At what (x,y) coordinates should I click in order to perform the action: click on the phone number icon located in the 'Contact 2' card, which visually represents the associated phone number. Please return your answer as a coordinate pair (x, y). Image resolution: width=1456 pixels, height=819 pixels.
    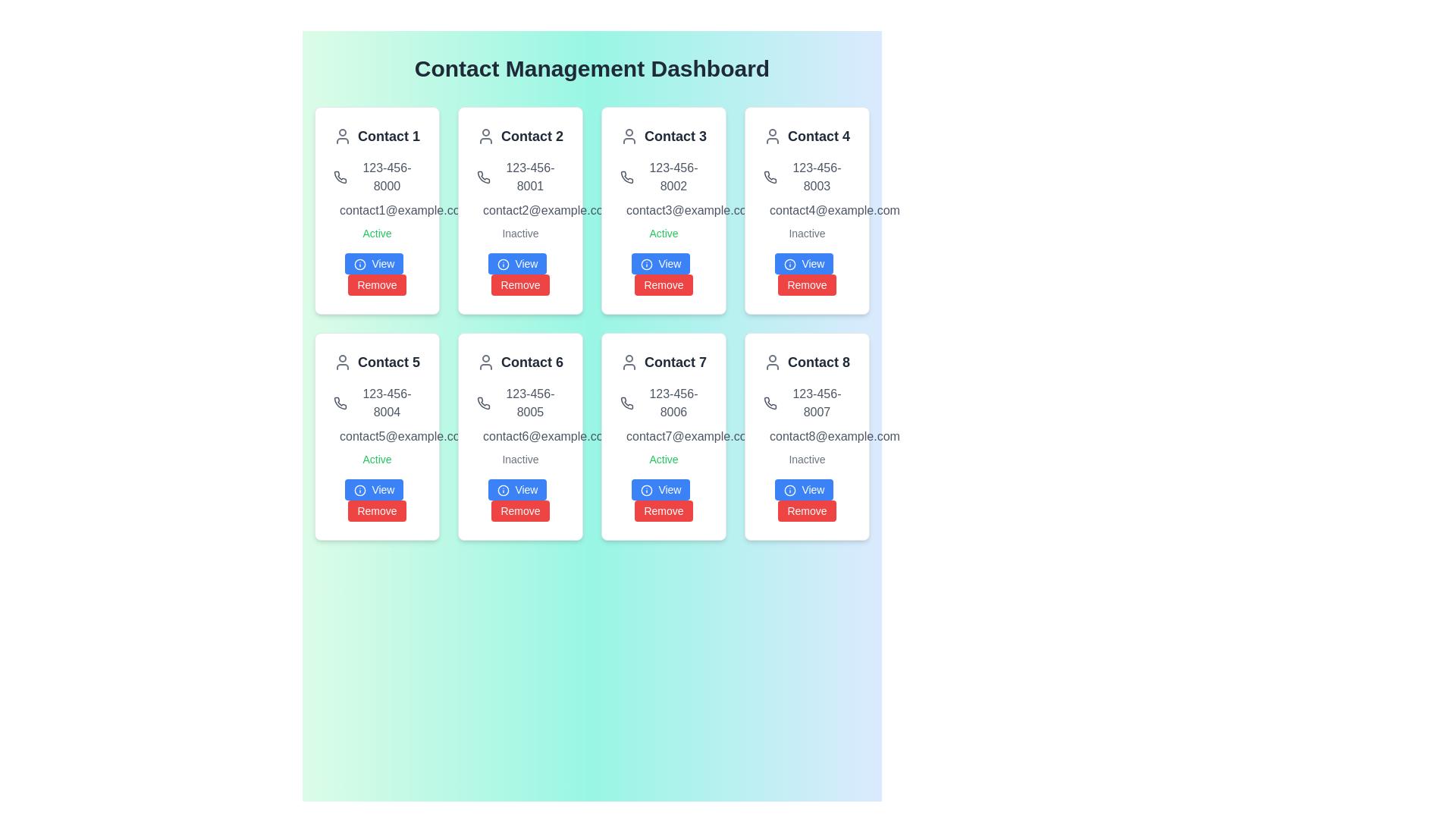
    Looking at the image, I should click on (483, 176).